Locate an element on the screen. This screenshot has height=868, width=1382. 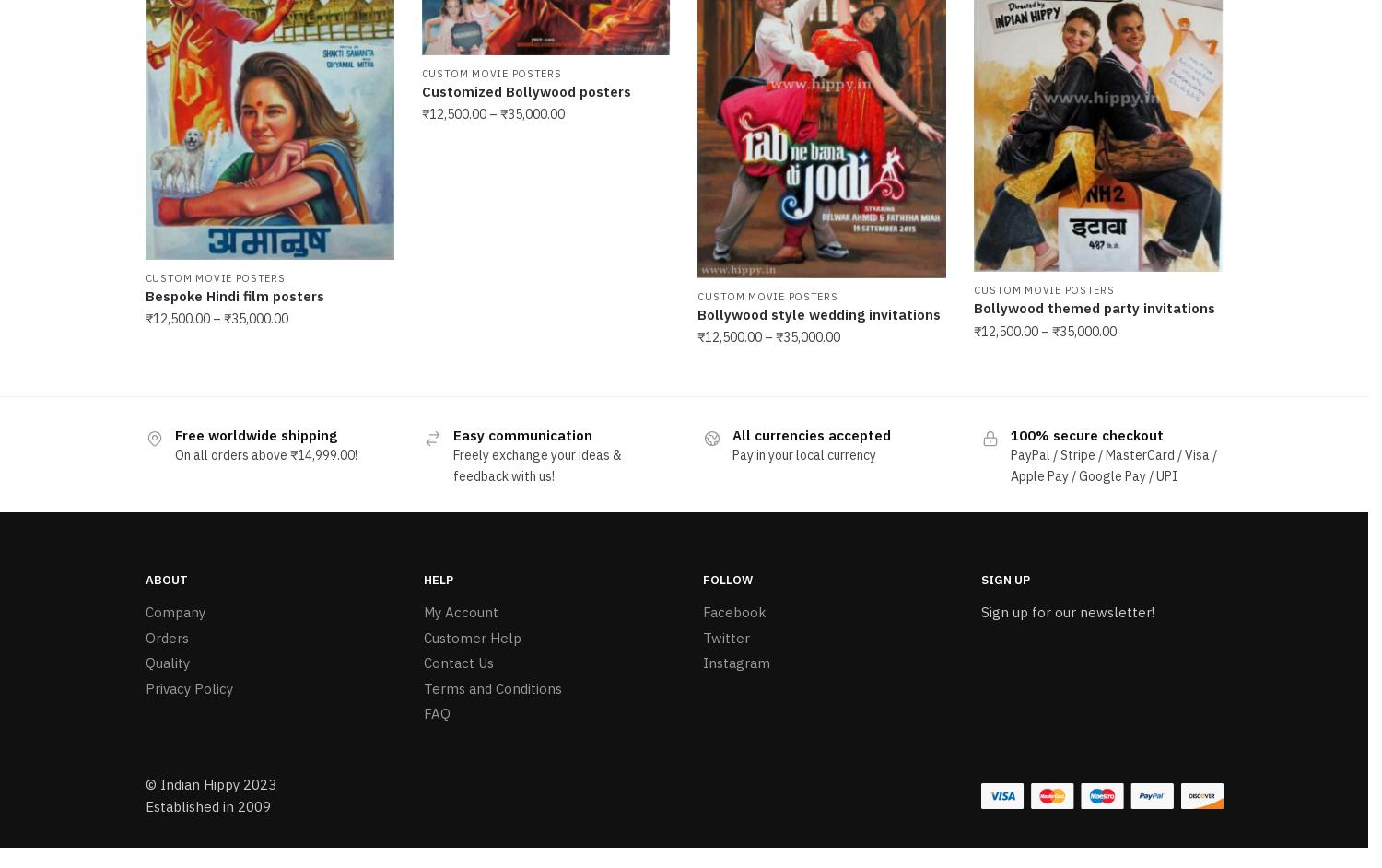
'About' is located at coordinates (166, 575).